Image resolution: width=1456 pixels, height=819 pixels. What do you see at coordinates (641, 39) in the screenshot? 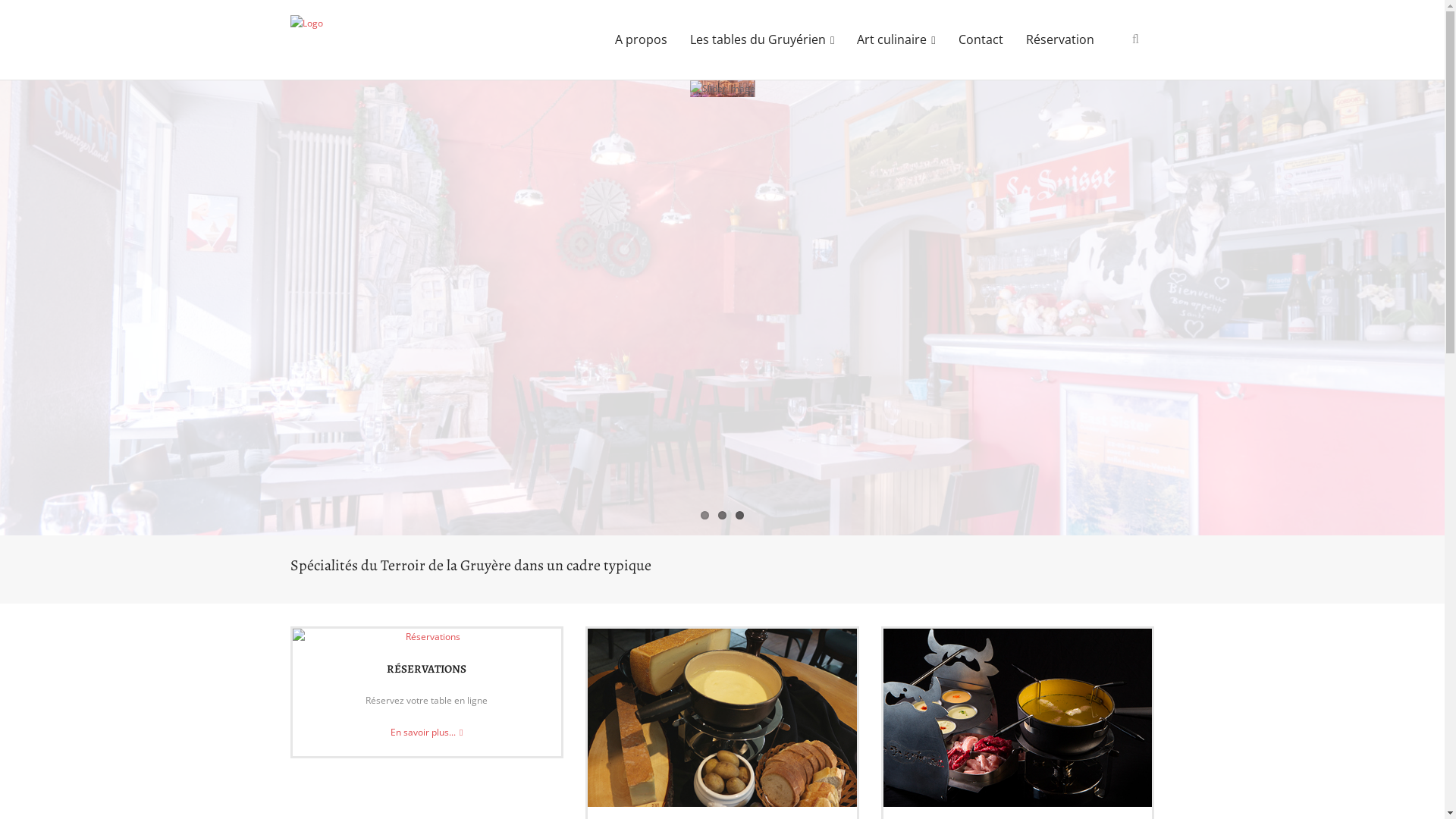
I see `'A propos'` at bounding box center [641, 39].